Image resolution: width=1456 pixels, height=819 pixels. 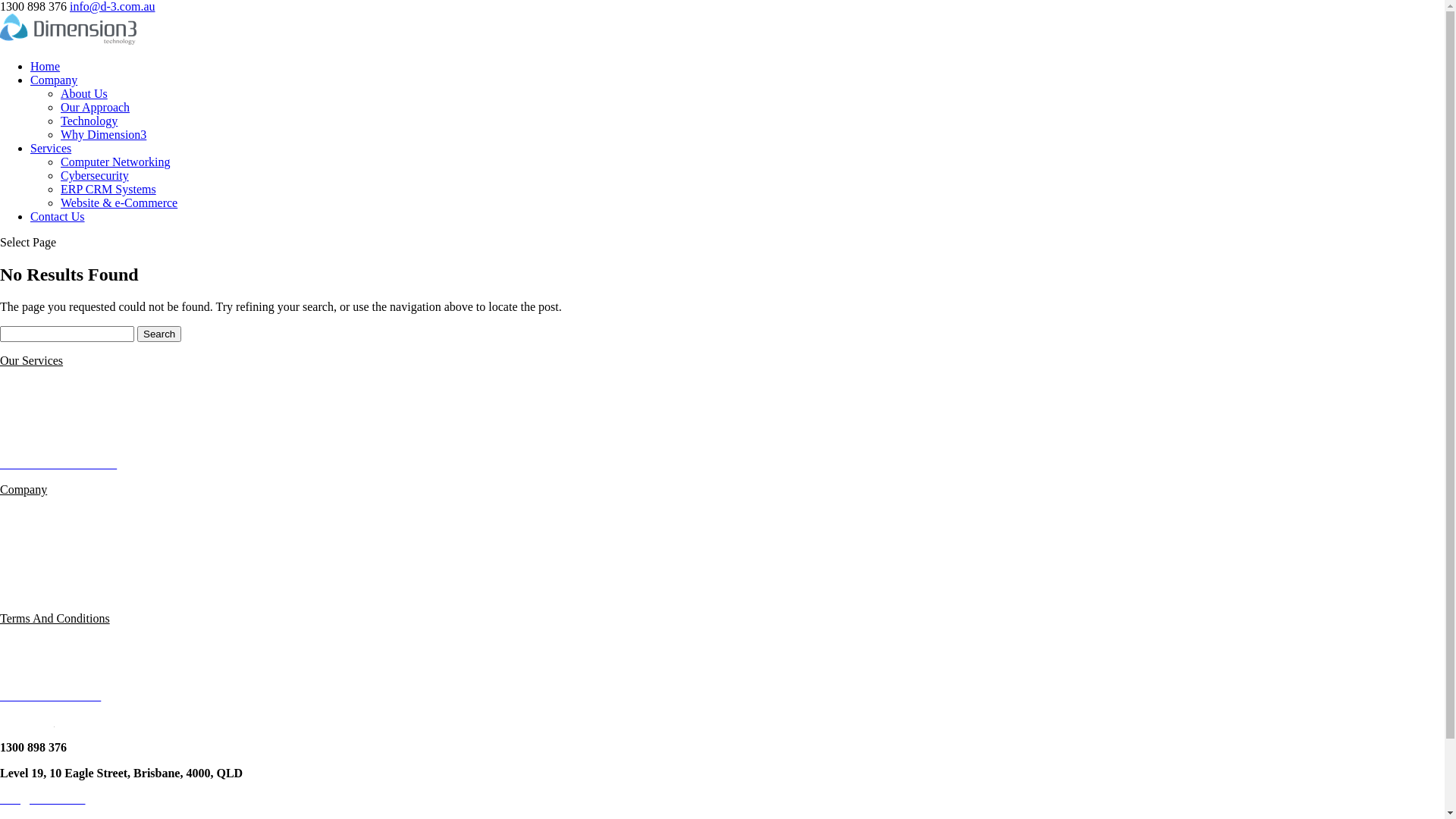 What do you see at coordinates (83, 93) in the screenshot?
I see `'About Us'` at bounding box center [83, 93].